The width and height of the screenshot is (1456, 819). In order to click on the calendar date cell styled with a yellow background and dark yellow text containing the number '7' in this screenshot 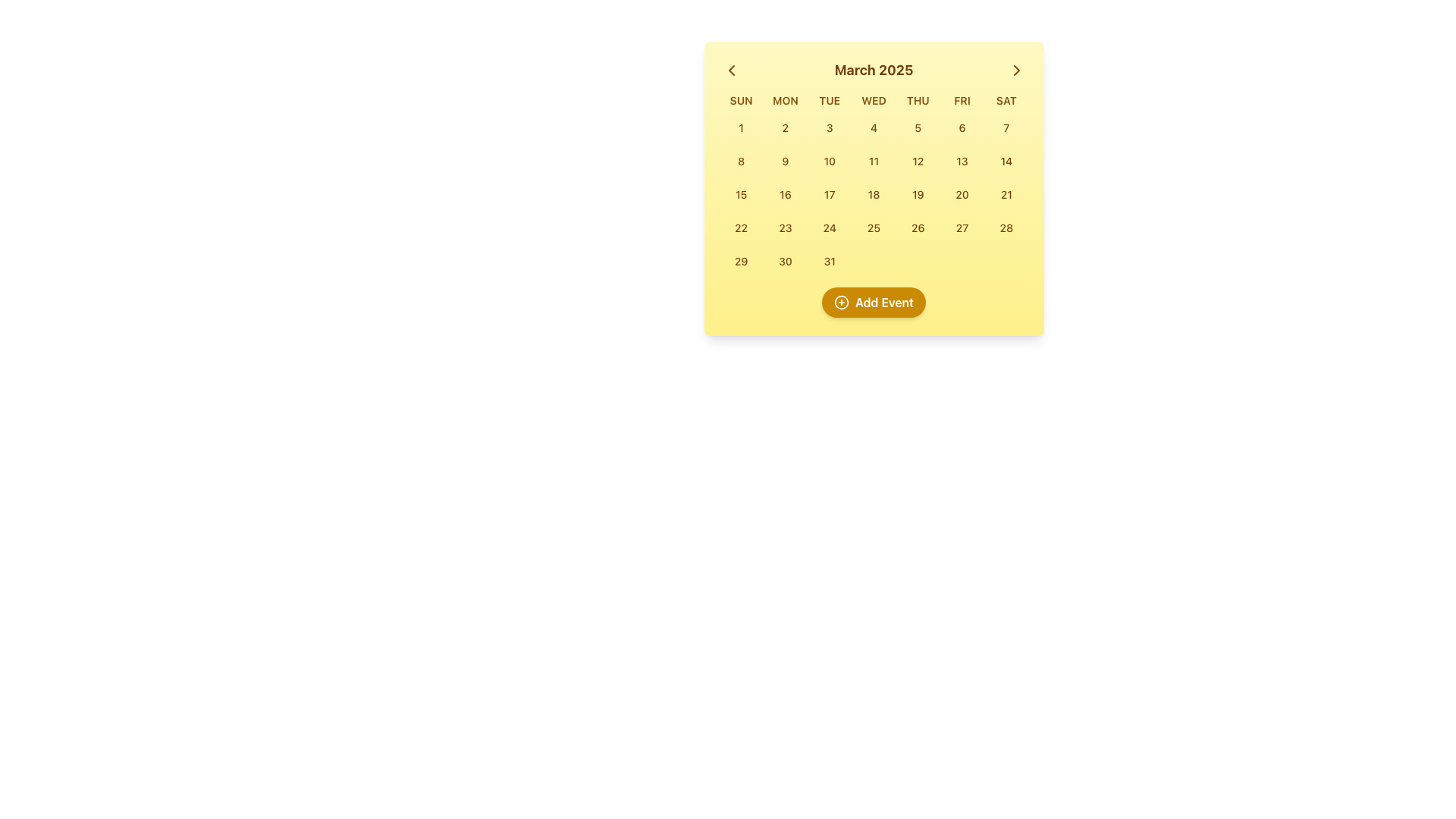, I will do `click(1006, 127)`.